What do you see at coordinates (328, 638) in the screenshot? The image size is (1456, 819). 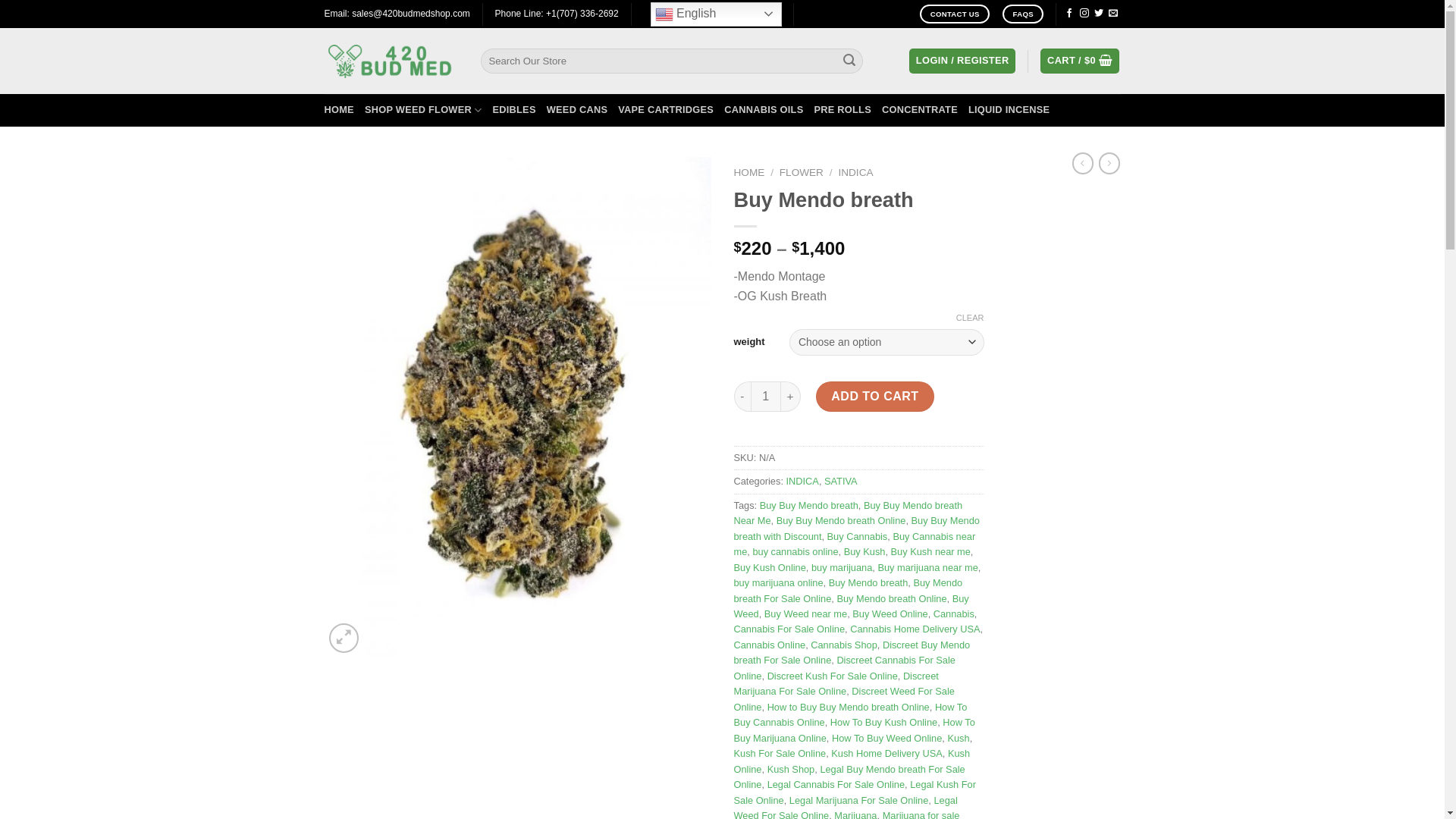 I see `'Zoom'` at bounding box center [328, 638].